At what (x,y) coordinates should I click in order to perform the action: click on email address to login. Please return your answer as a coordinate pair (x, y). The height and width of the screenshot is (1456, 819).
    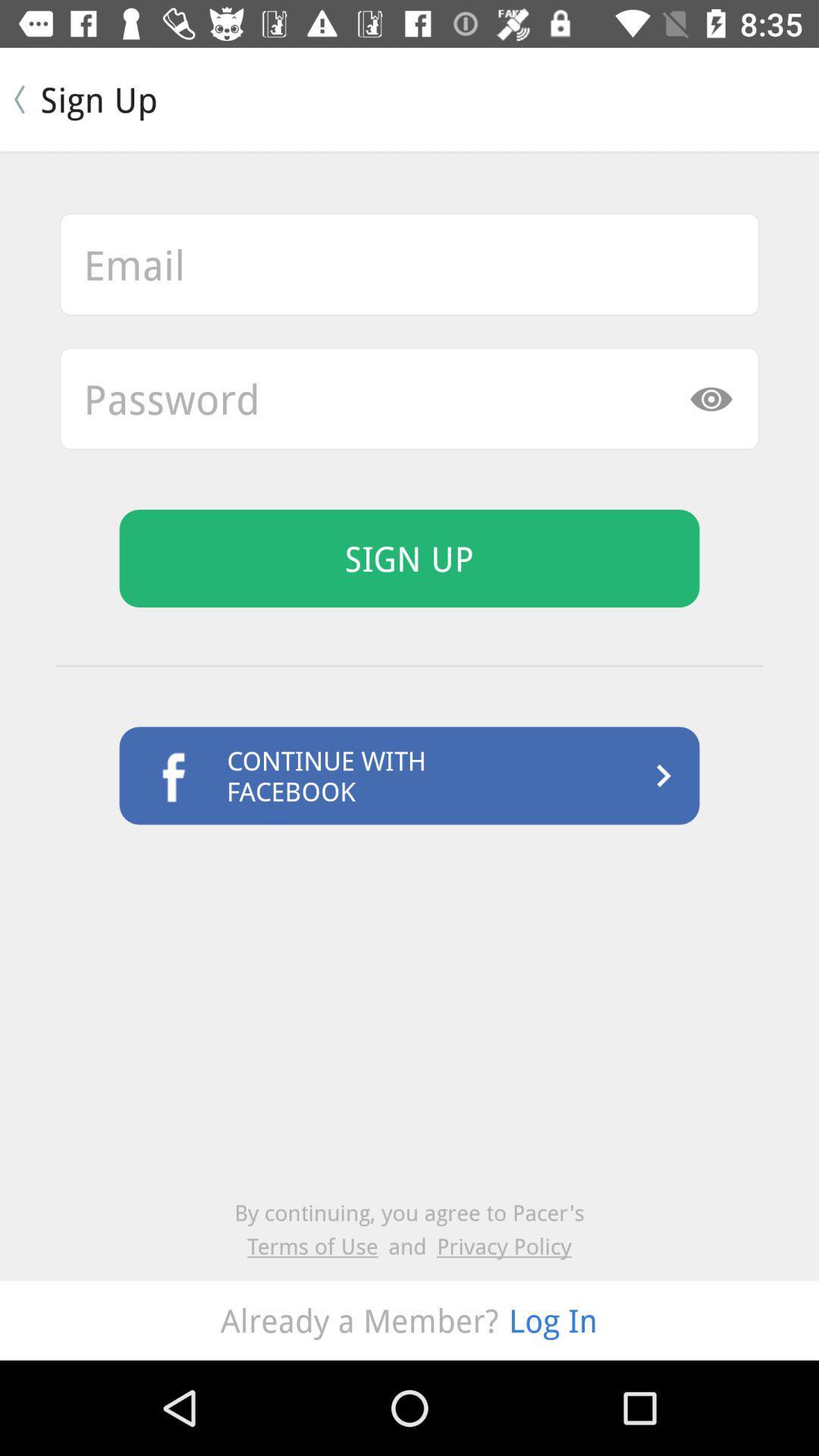
    Looking at the image, I should click on (409, 264).